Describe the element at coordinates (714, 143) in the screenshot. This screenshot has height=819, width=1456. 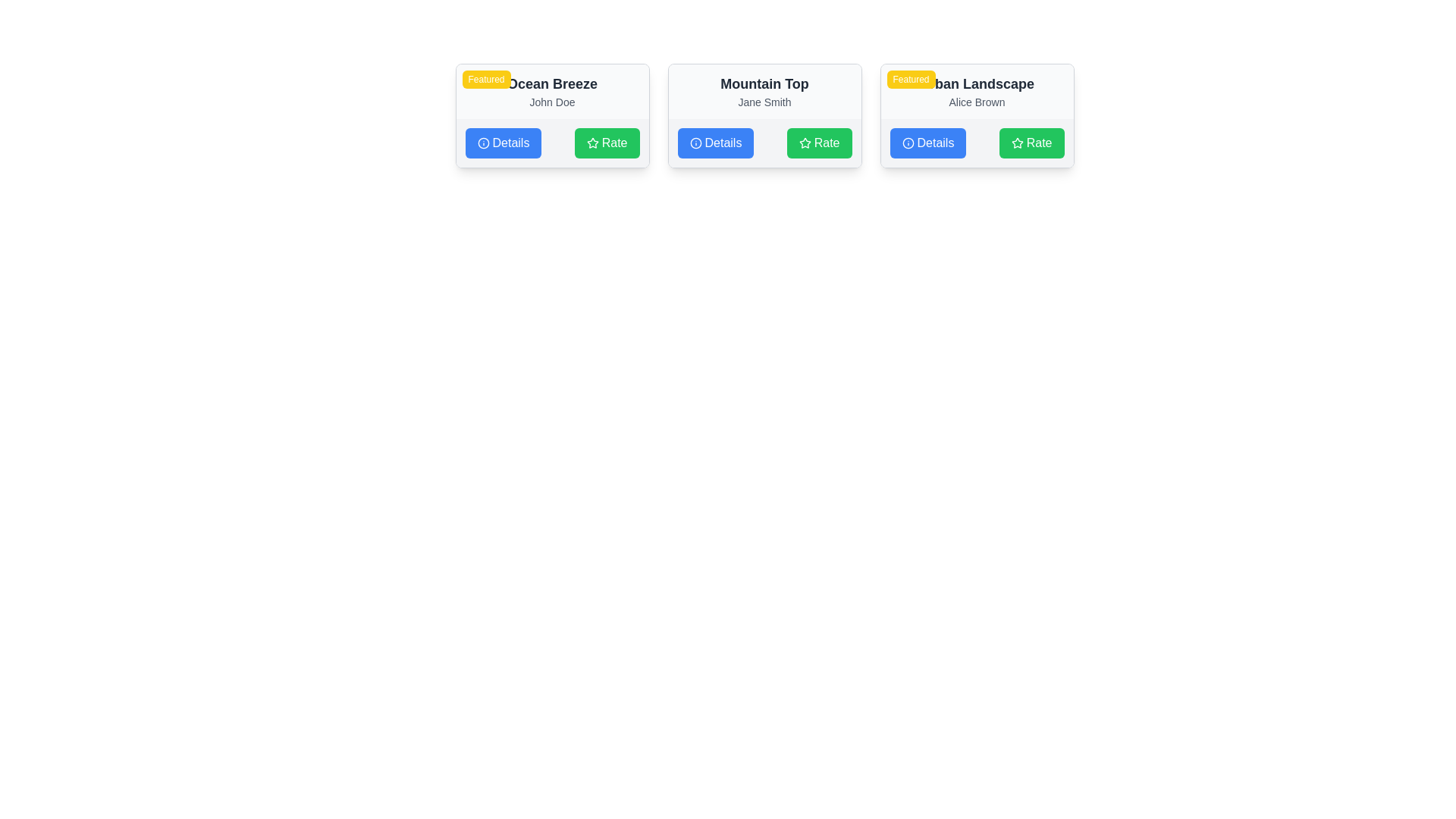
I see `the interactive button located in the 'Mountain Top' section to observe potential UI effects` at that location.